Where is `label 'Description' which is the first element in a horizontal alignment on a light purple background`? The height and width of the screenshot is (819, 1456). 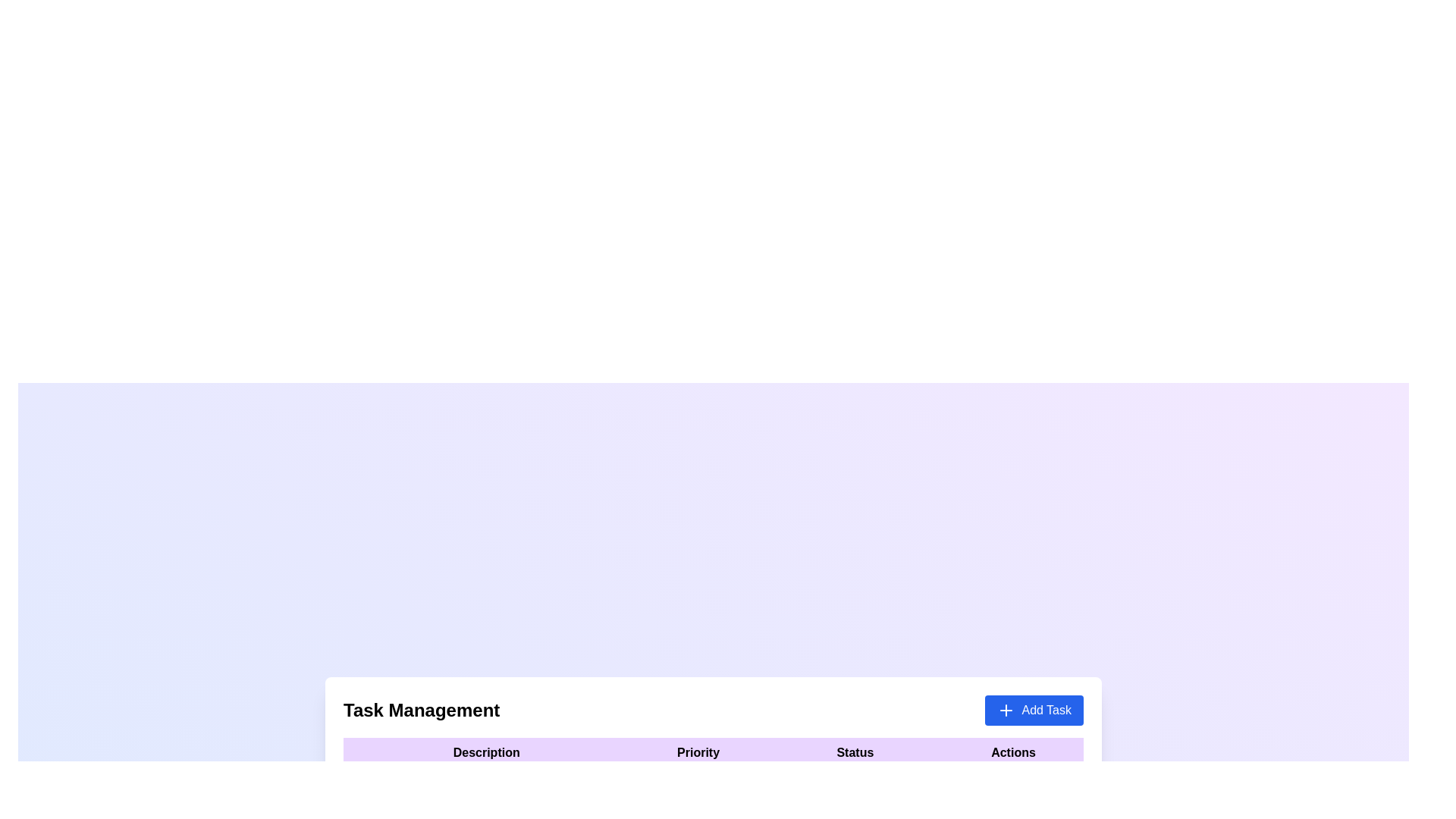
label 'Description' which is the first element in a horizontal alignment on a light purple background is located at coordinates (486, 752).